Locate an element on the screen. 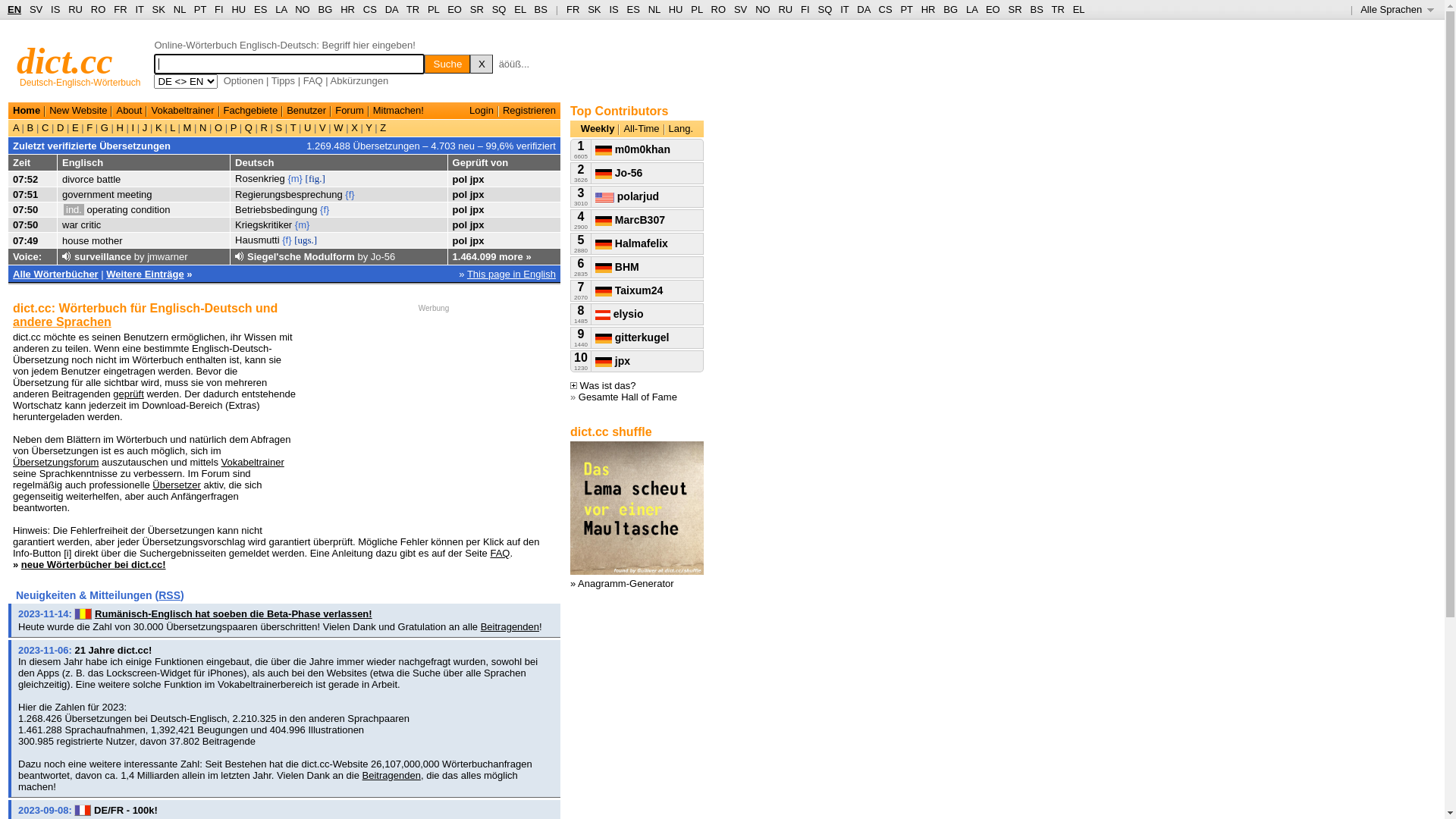  'F' is located at coordinates (89, 127).